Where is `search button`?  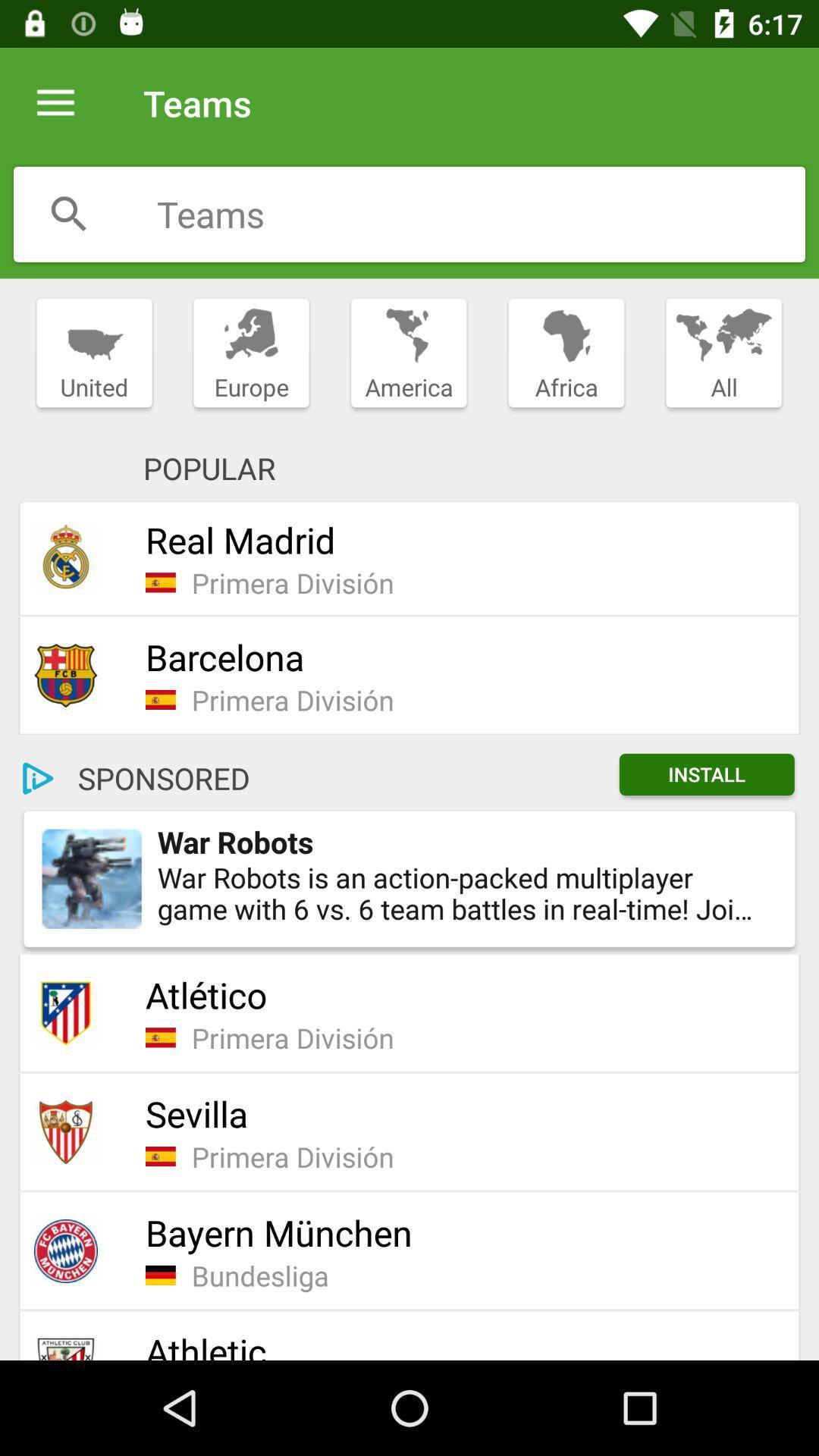 search button is located at coordinates (69, 213).